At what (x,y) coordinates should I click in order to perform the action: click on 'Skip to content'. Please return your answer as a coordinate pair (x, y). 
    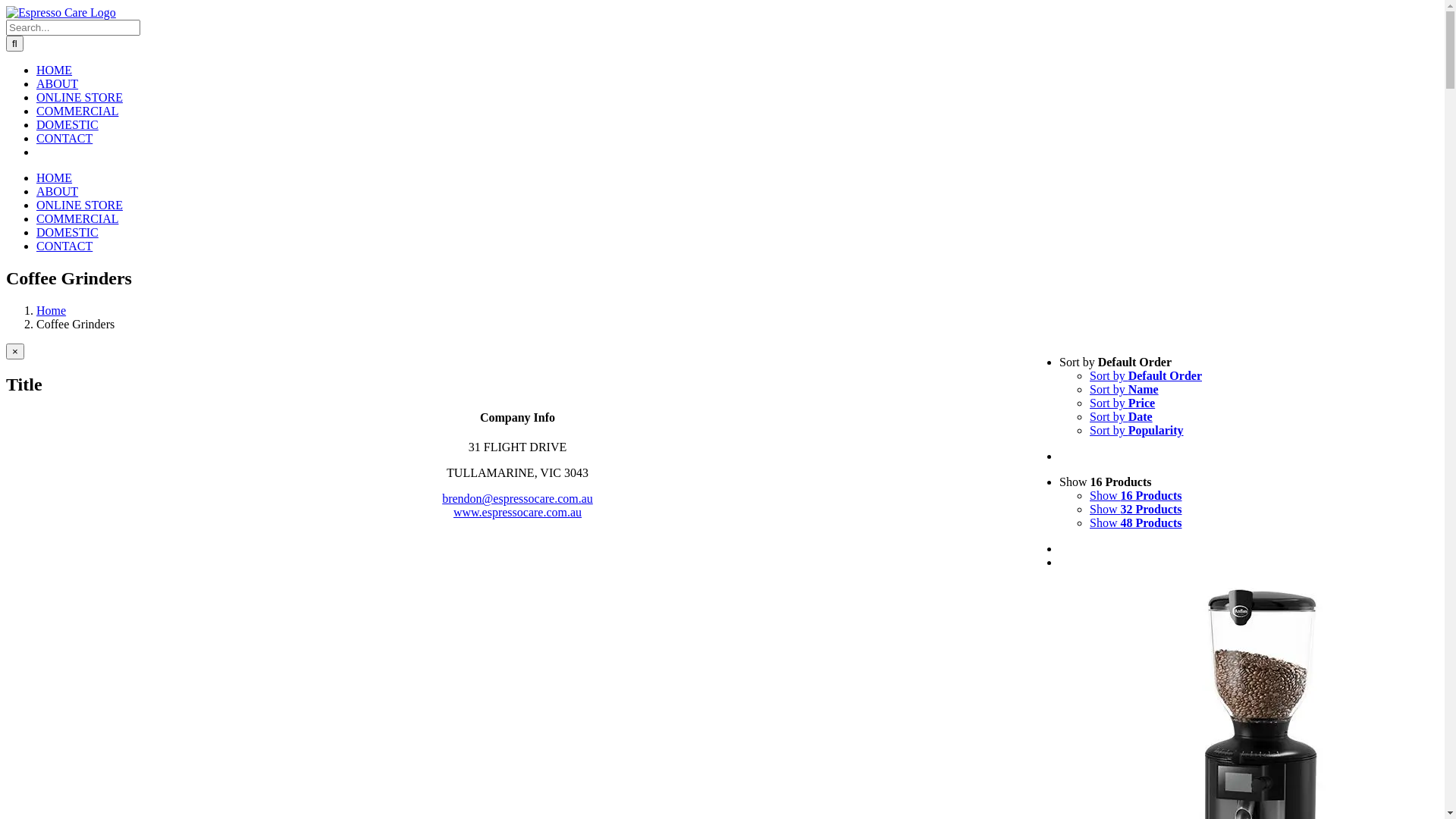
    Looking at the image, I should click on (5, 5).